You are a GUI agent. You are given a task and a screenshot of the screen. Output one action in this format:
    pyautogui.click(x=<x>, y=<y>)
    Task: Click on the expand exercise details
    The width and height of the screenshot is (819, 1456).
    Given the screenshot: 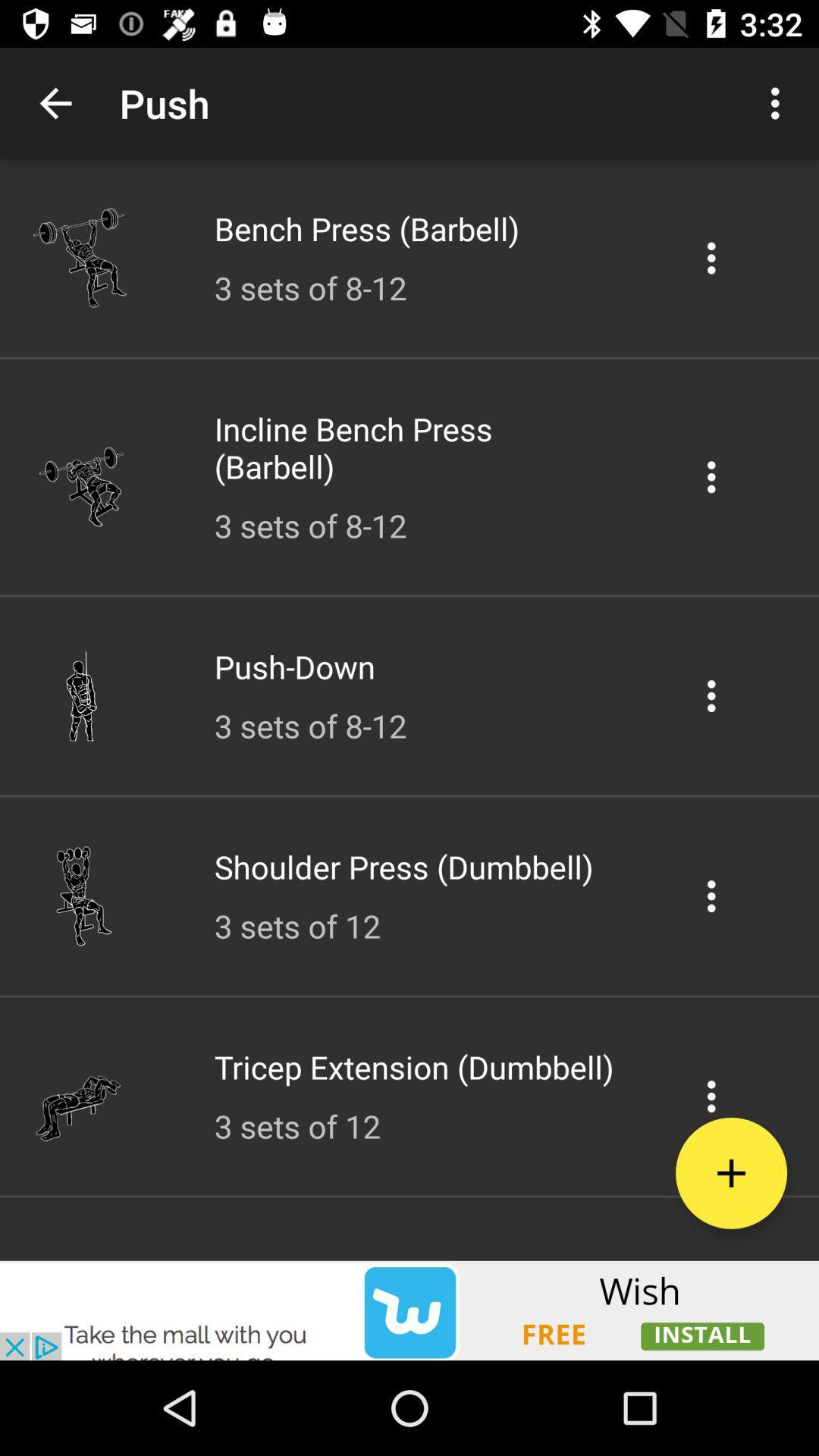 What is the action you would take?
    pyautogui.click(x=711, y=1096)
    